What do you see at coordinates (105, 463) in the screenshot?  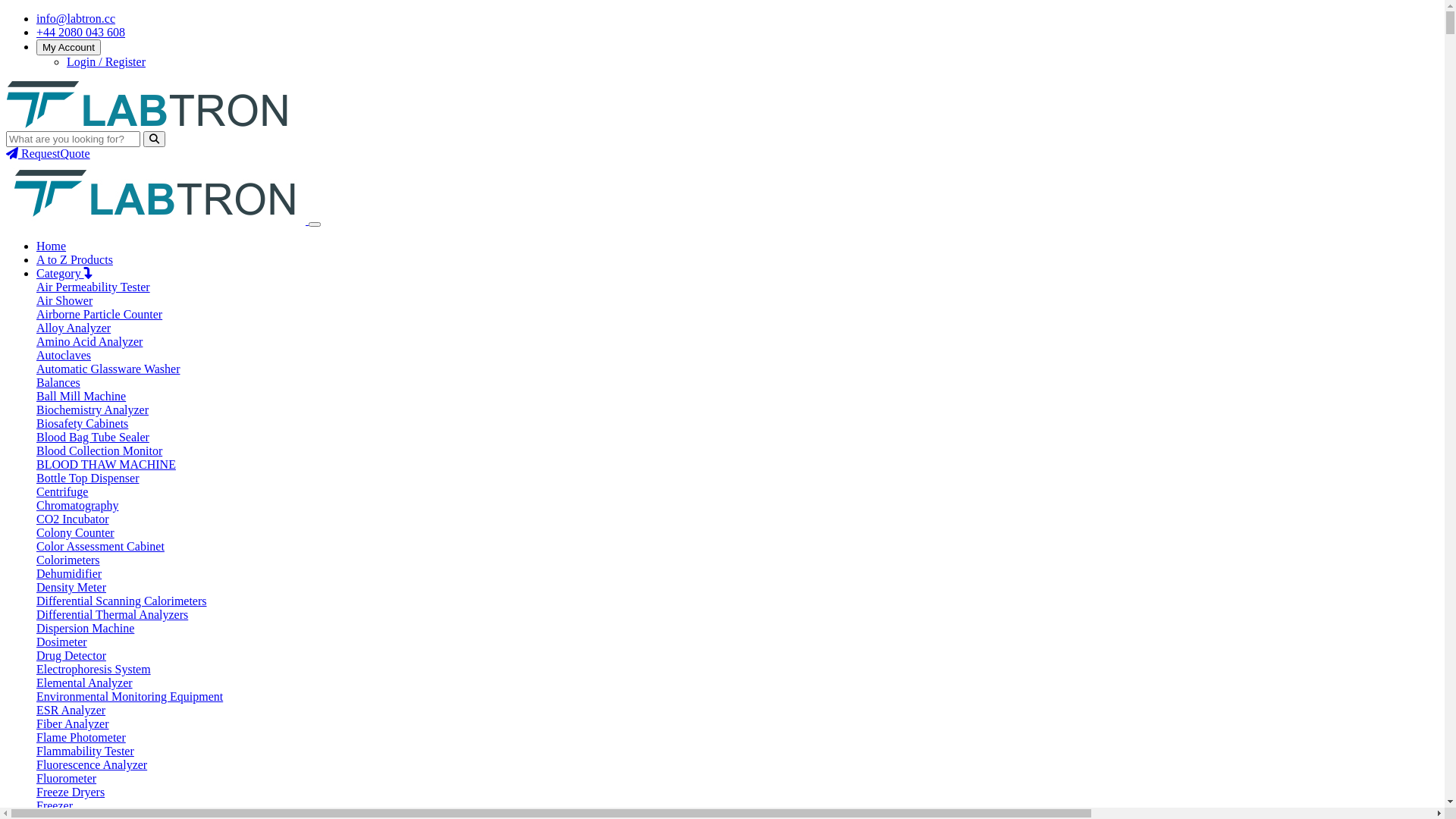 I see `'BLOOD THAW MACHINE'` at bounding box center [105, 463].